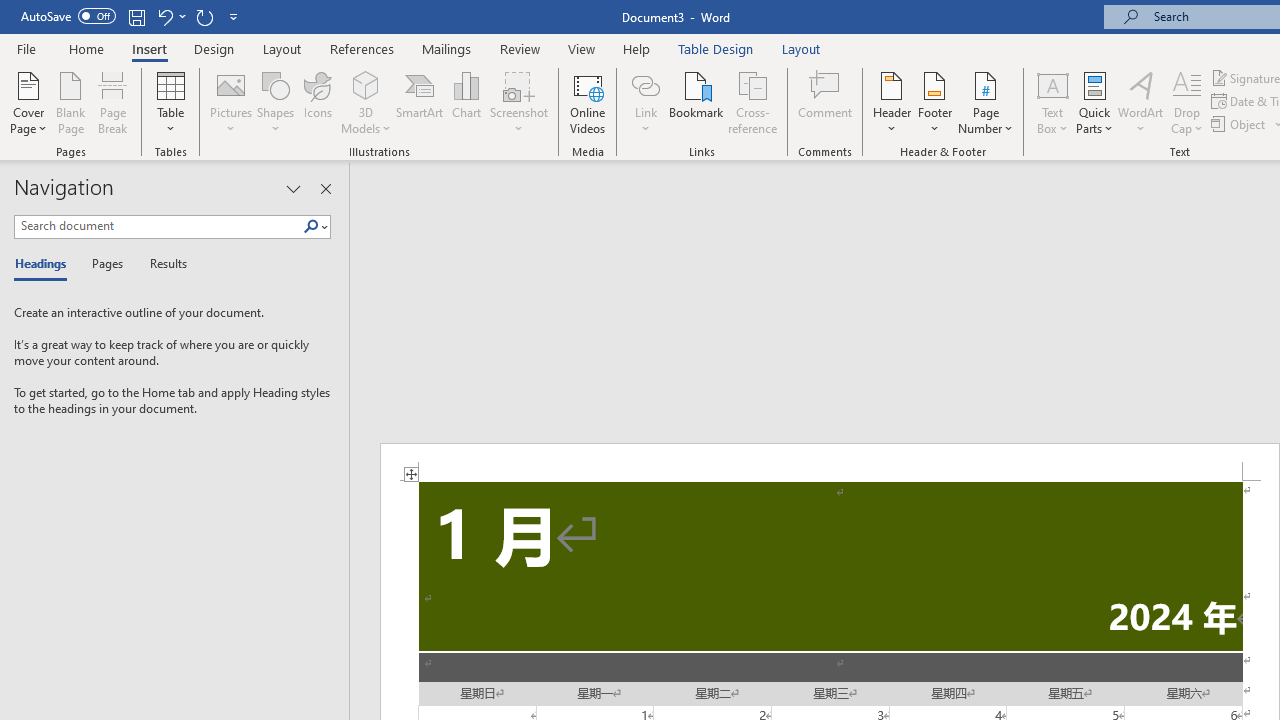  What do you see at coordinates (366, 103) in the screenshot?
I see `'3D Models'` at bounding box center [366, 103].